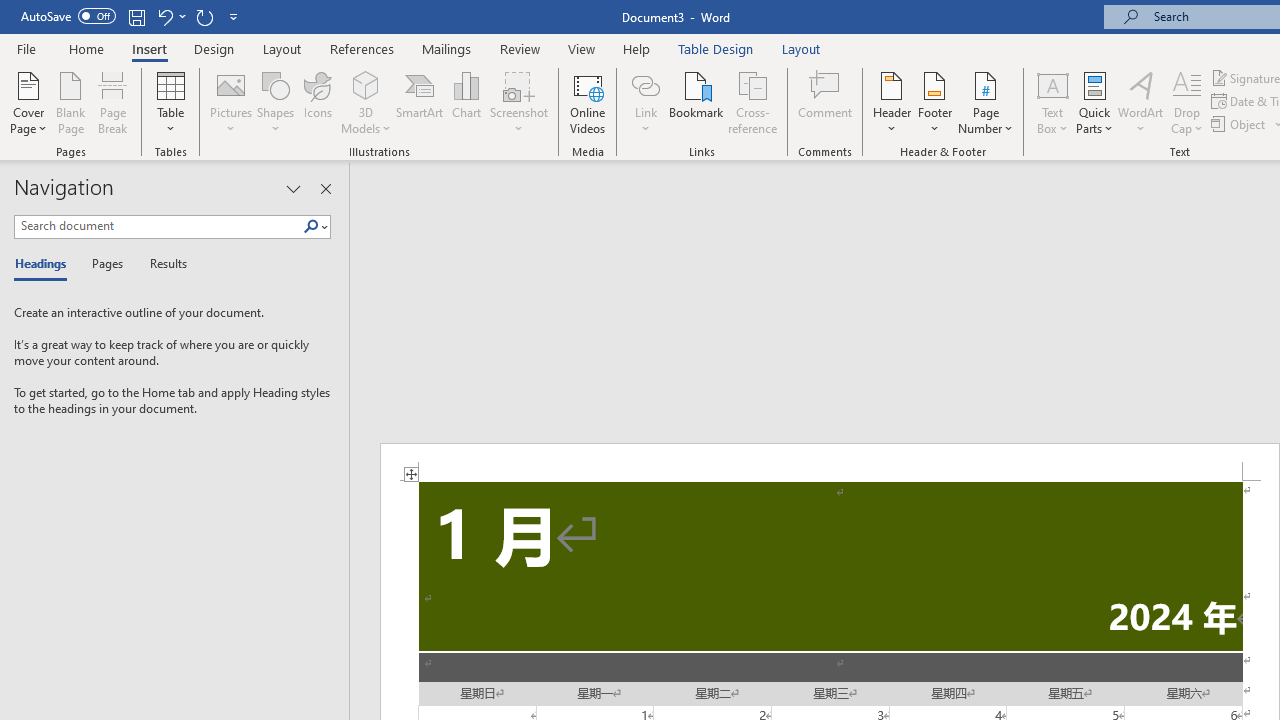  What do you see at coordinates (366, 103) in the screenshot?
I see `'3D Models'` at bounding box center [366, 103].